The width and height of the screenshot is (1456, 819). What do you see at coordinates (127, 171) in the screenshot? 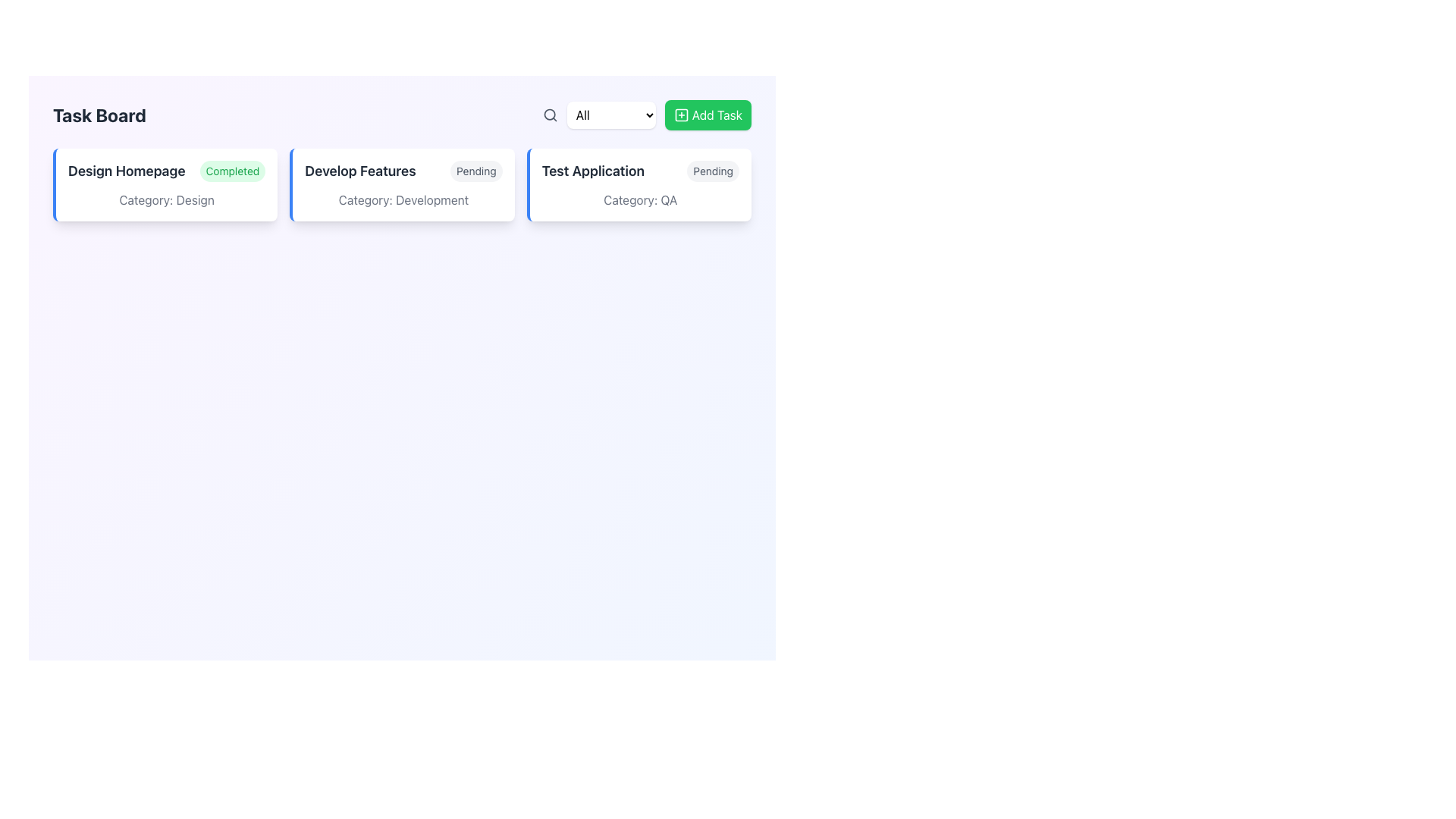
I see `the task title label located at the top-left corner of the task card` at bounding box center [127, 171].